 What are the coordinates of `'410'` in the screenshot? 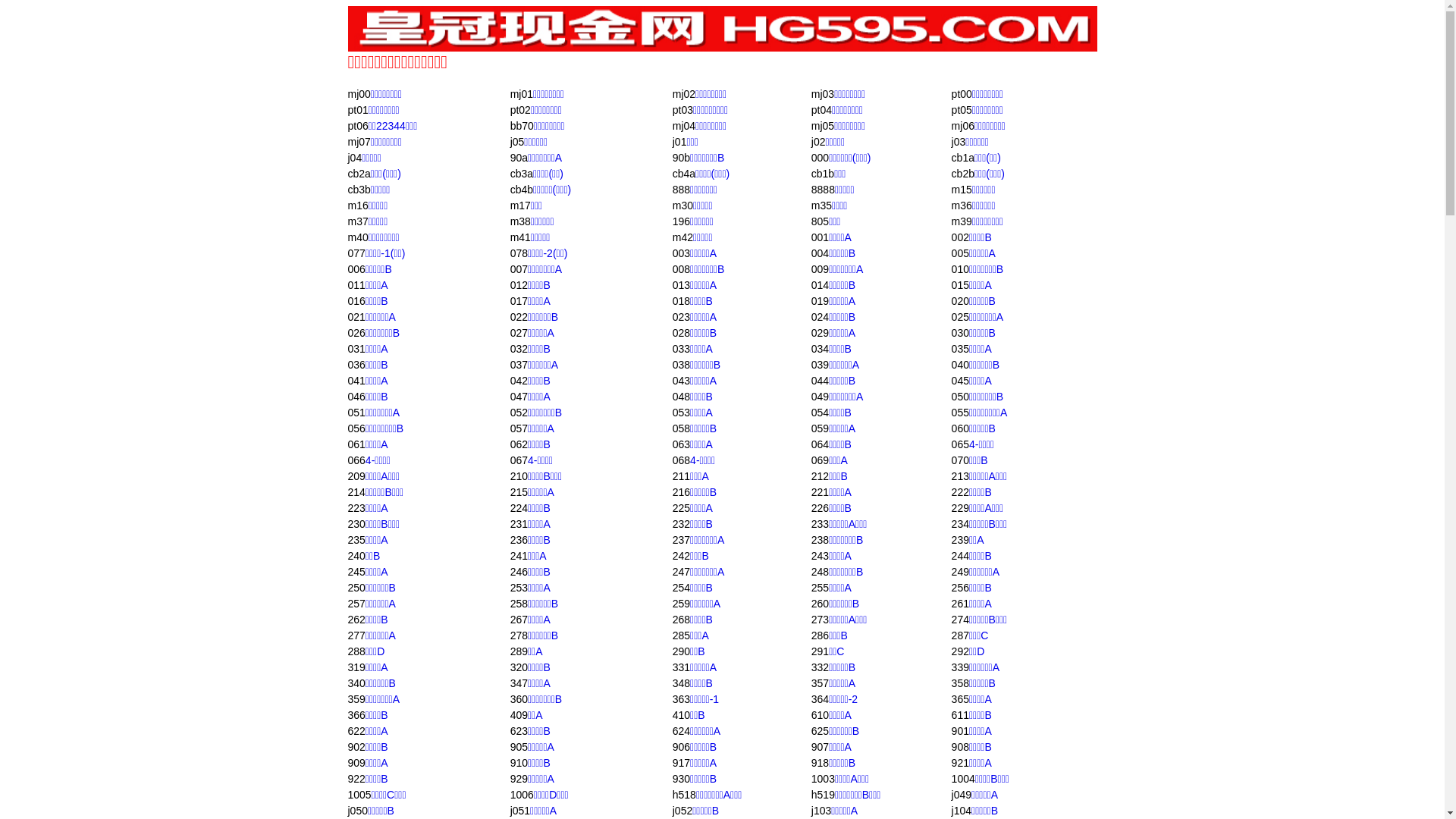 It's located at (680, 714).